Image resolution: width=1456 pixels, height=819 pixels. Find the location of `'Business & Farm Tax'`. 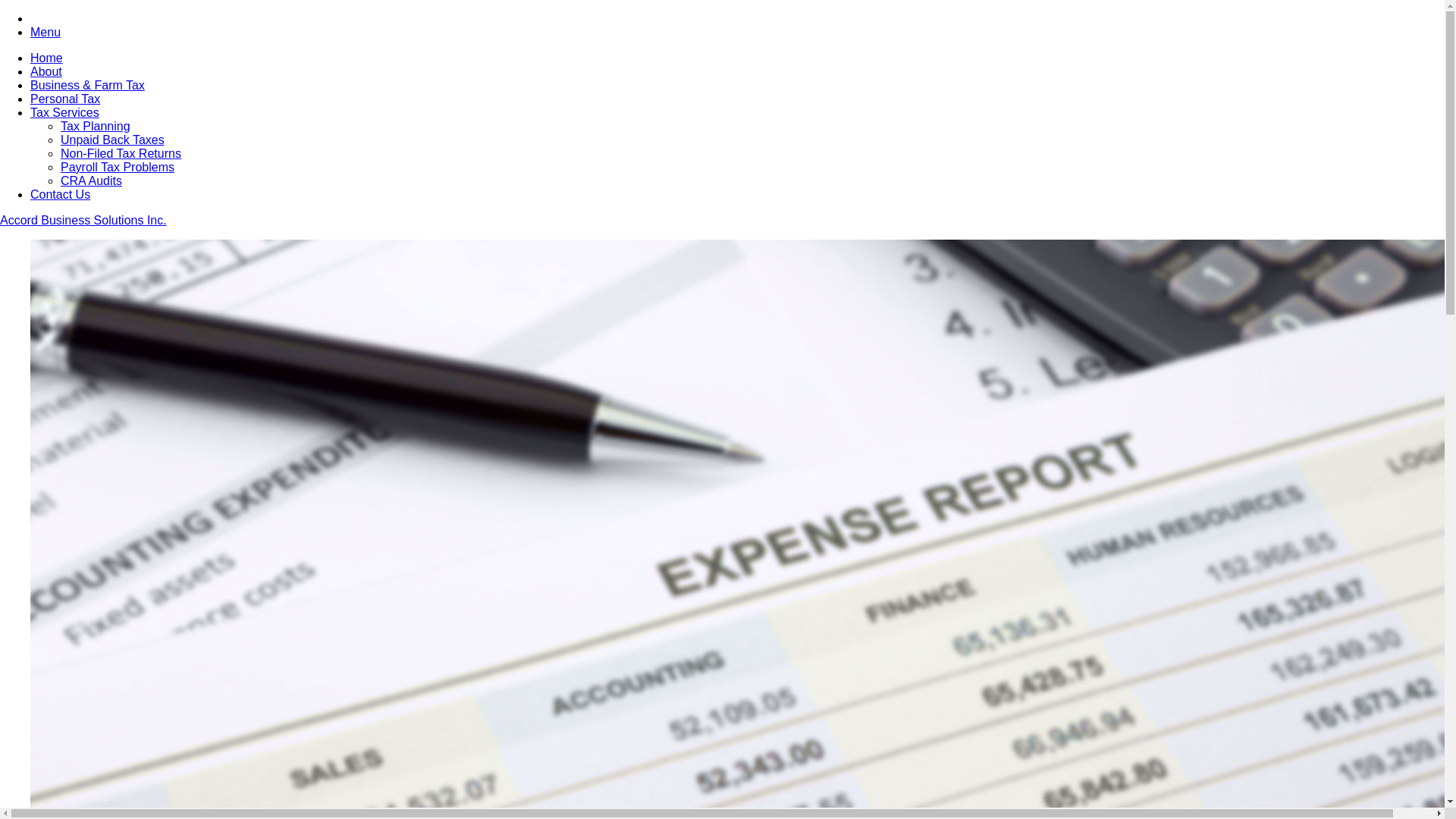

'Business & Farm Tax' is located at coordinates (86, 85).